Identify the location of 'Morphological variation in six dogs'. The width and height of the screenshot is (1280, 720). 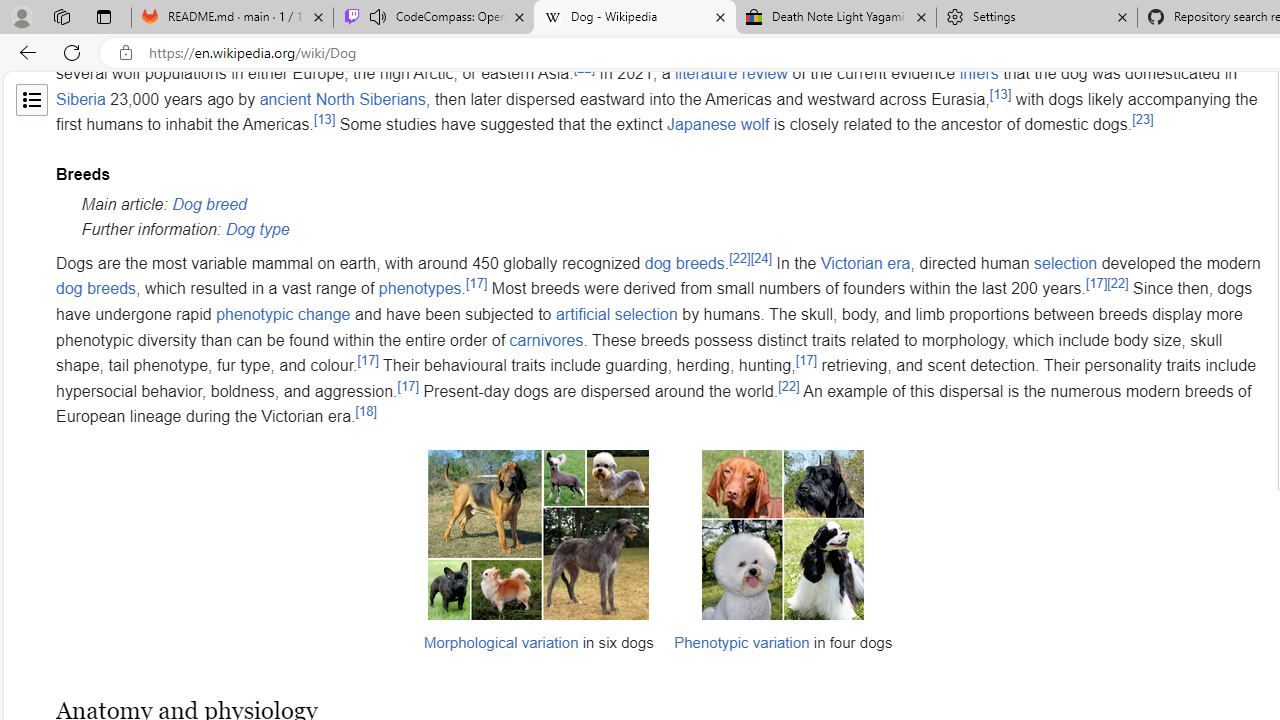
(538, 559).